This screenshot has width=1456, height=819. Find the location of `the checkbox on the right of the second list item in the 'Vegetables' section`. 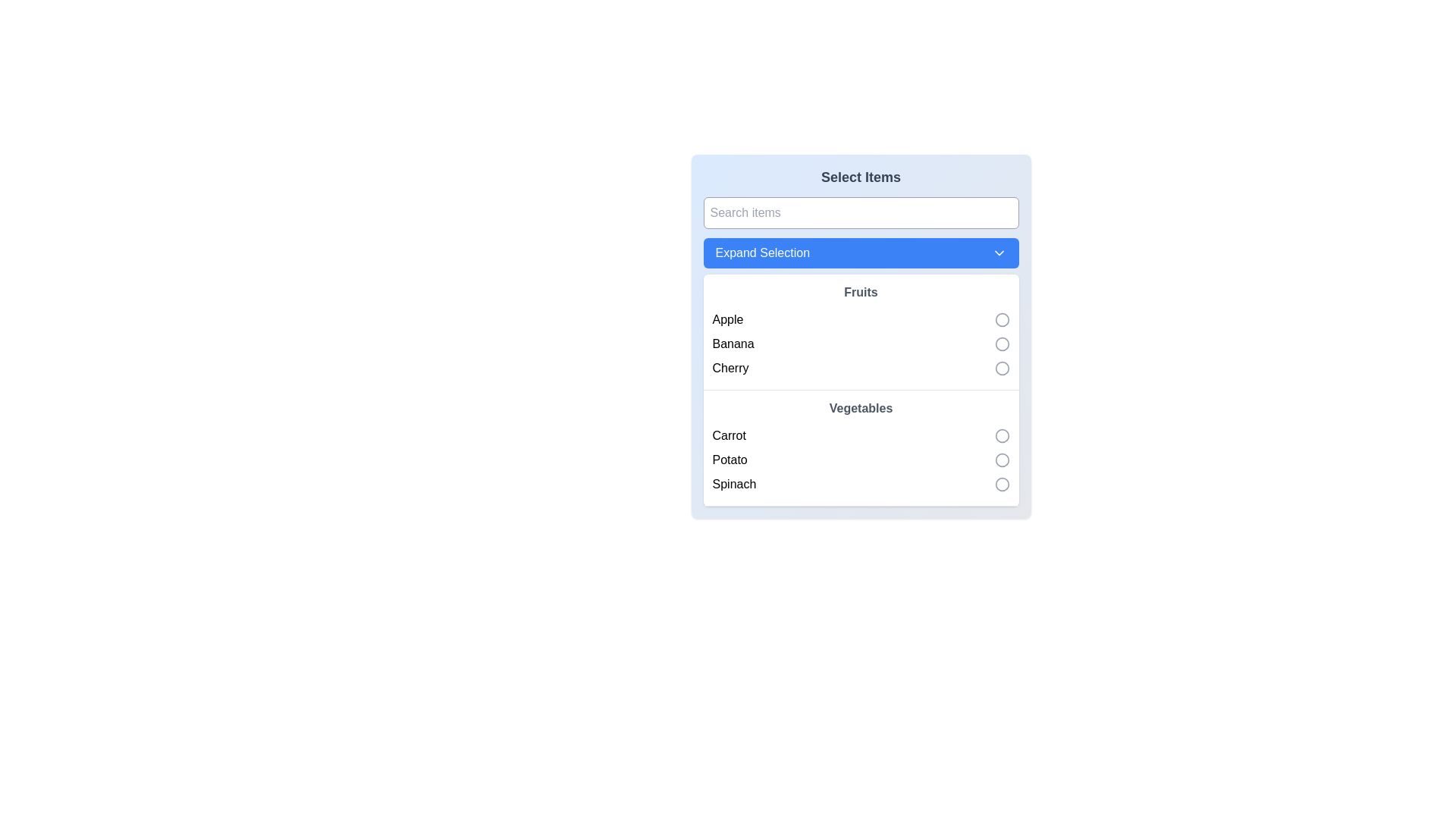

the checkbox on the right of the second list item in the 'Vegetables' section is located at coordinates (861, 459).